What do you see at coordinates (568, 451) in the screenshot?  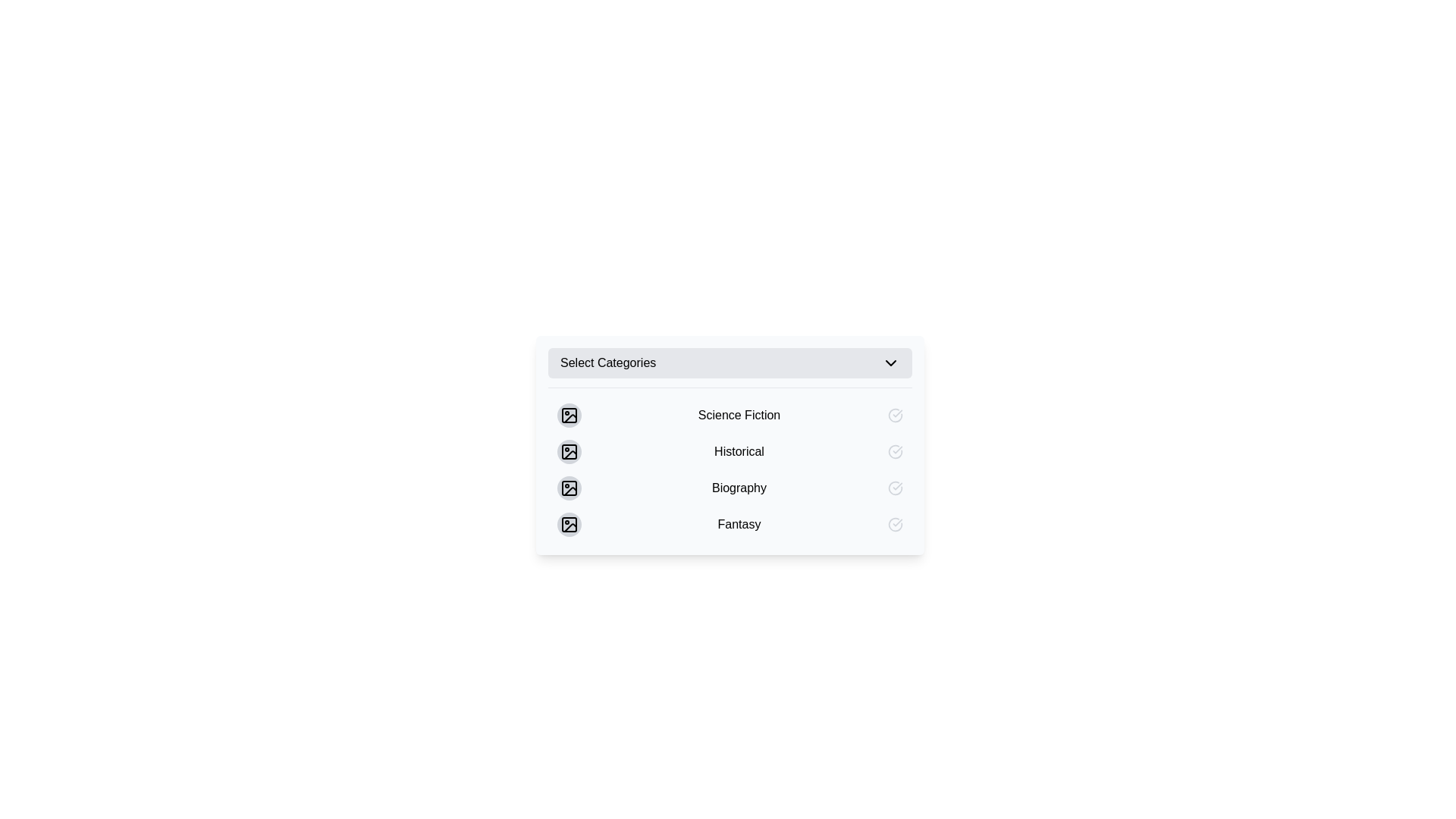 I see `the circular gray Icon Button containing a photograph icon, which is positioned to the left of the 'Historical' label` at bounding box center [568, 451].